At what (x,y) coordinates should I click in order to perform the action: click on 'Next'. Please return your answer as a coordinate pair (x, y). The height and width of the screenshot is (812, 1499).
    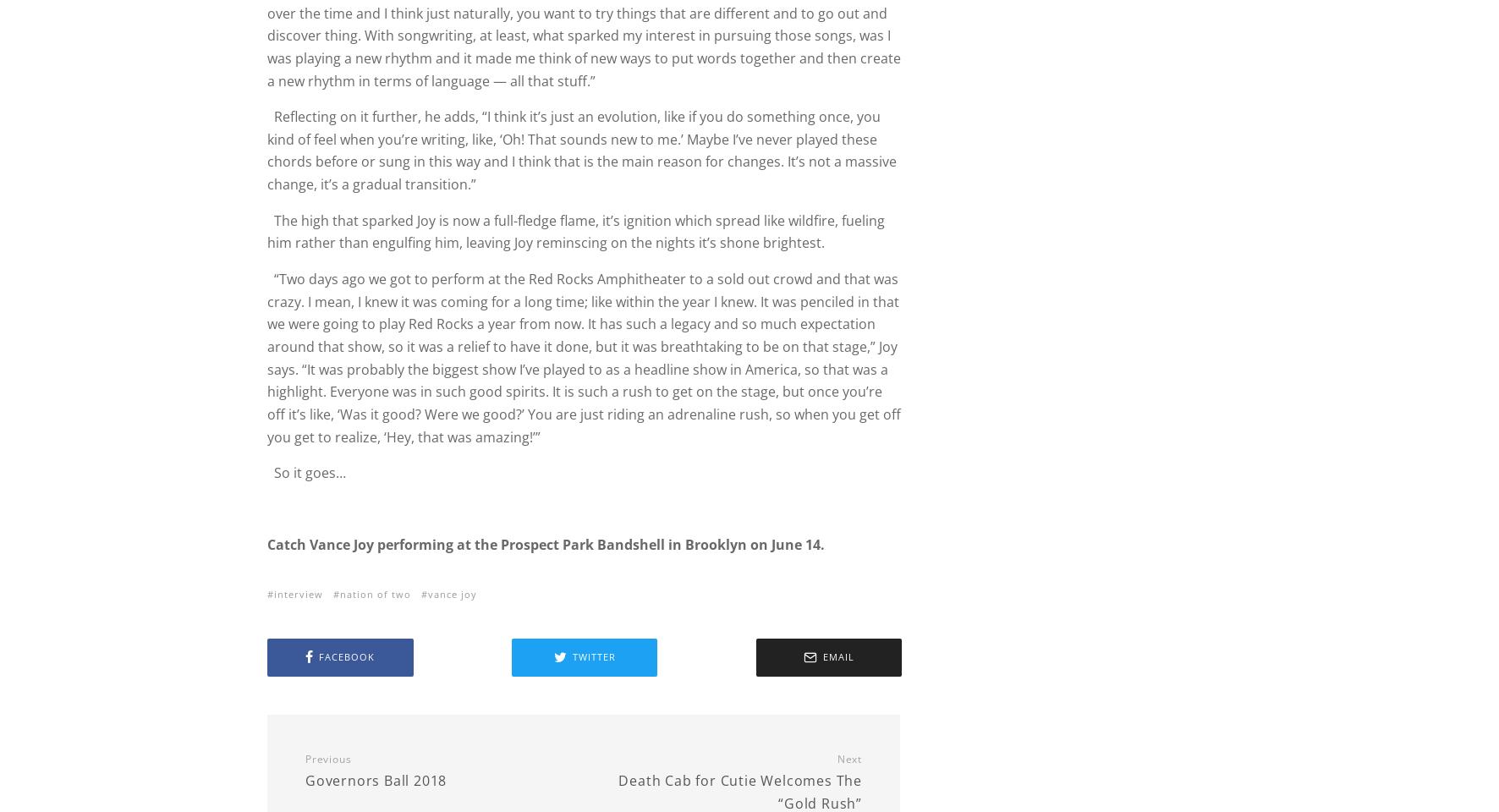
    Looking at the image, I should click on (849, 757).